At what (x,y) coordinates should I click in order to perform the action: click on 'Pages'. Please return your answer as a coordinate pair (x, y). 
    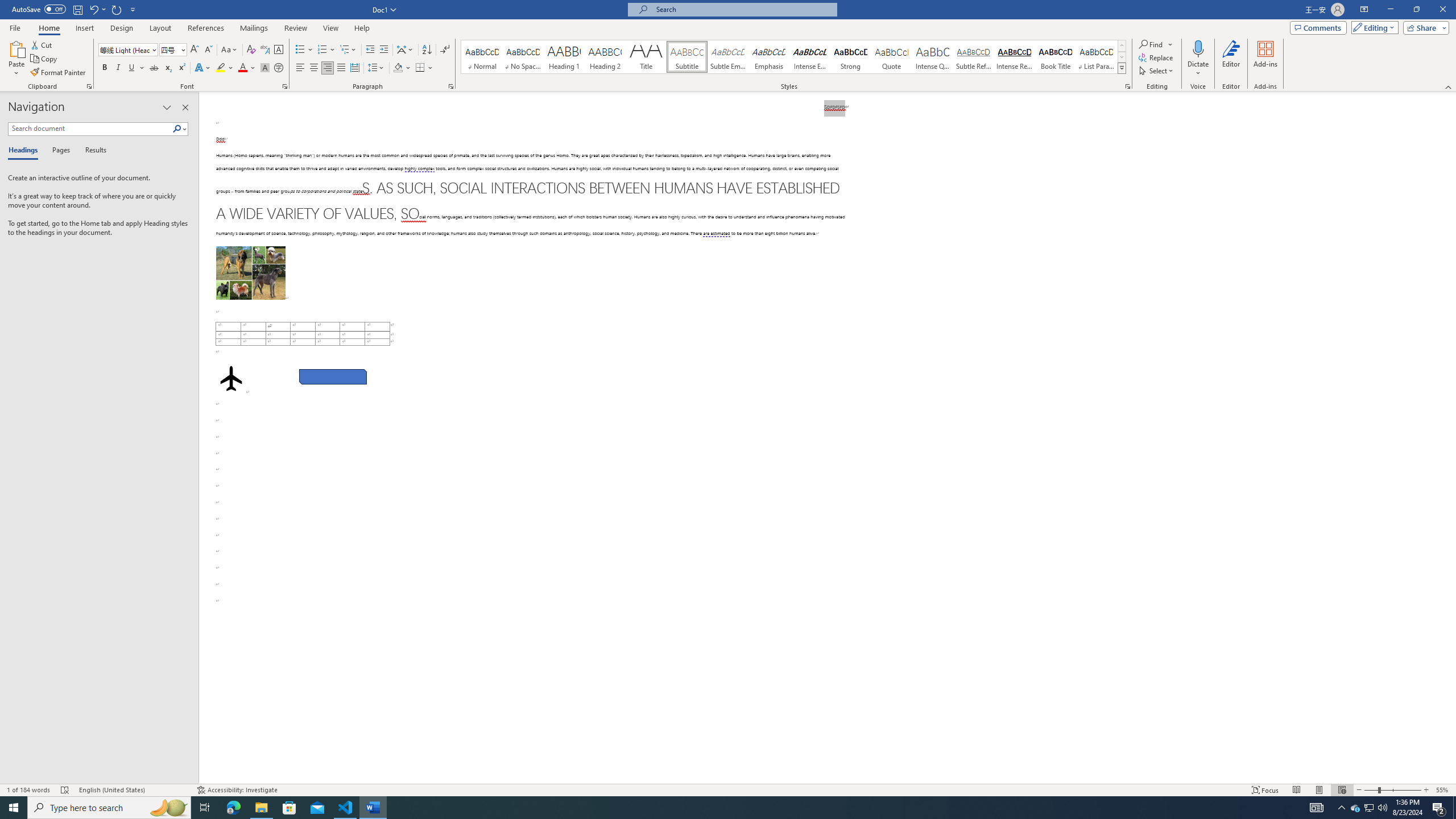
    Looking at the image, I should click on (59, 150).